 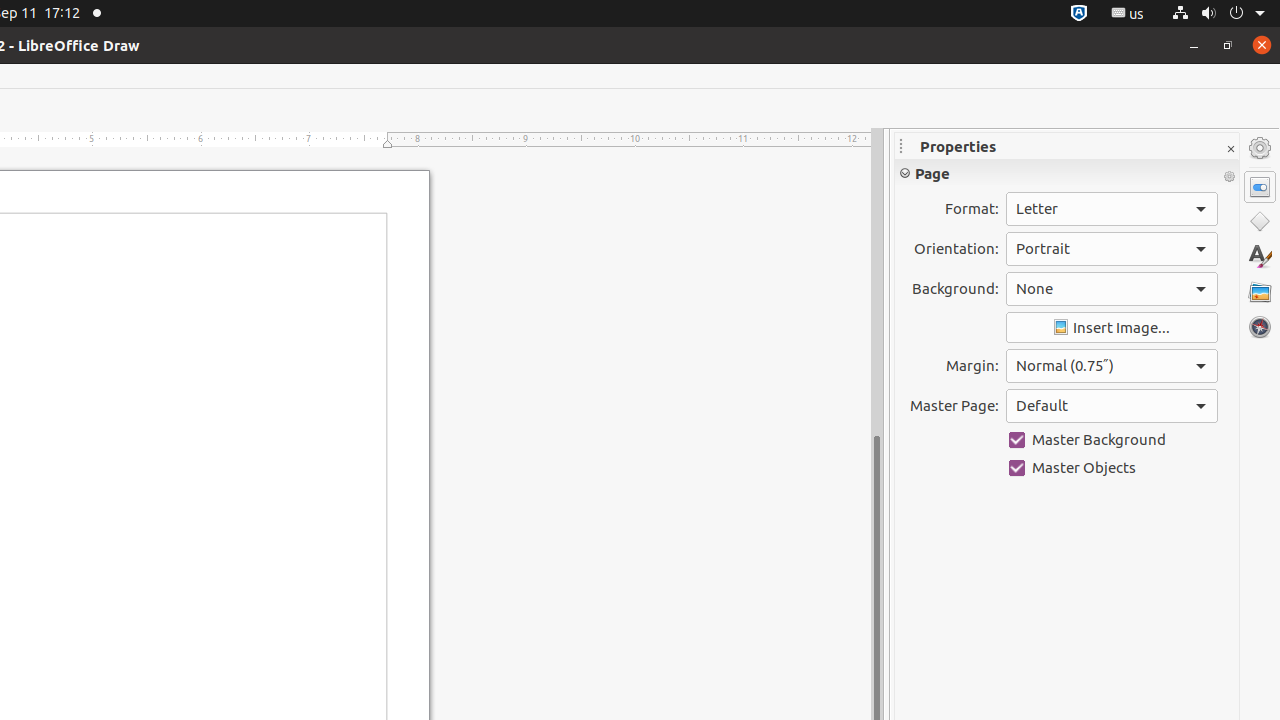 What do you see at coordinates (1110, 289) in the screenshot?
I see `'Background:'` at bounding box center [1110, 289].